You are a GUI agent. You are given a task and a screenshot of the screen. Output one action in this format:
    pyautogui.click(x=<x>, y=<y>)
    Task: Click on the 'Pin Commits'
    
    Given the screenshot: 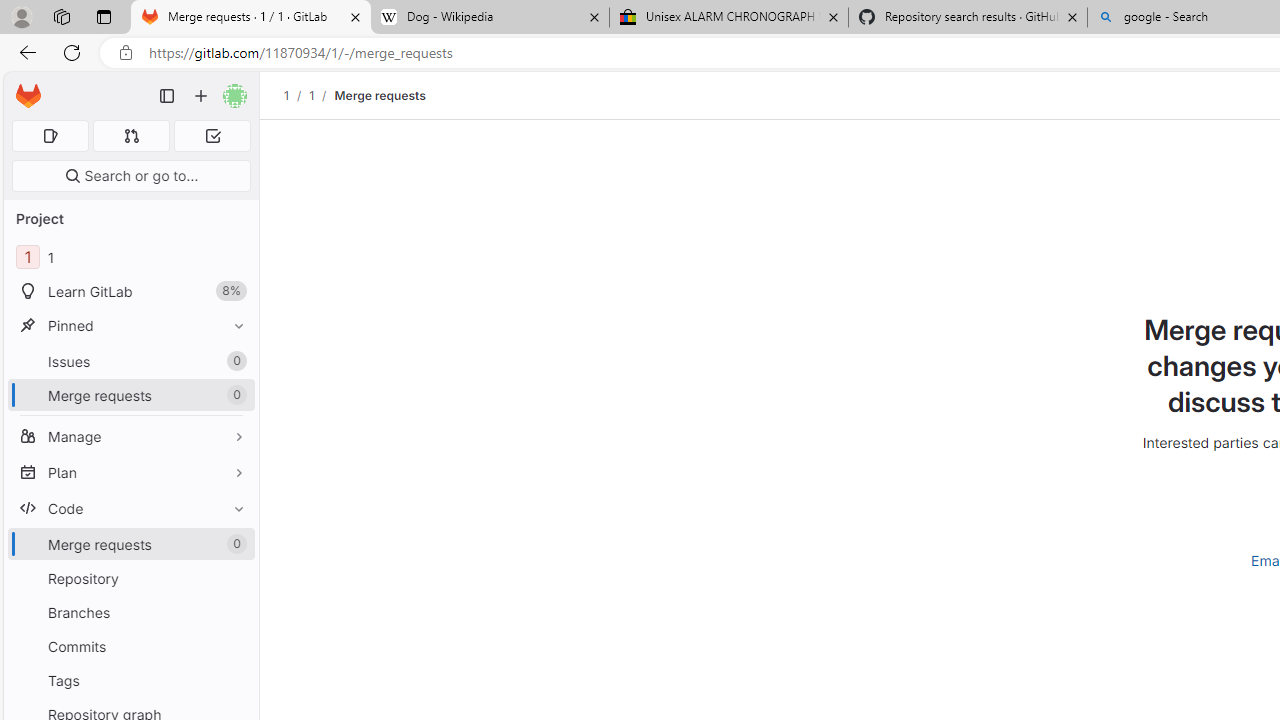 What is the action you would take?
    pyautogui.click(x=234, y=646)
    